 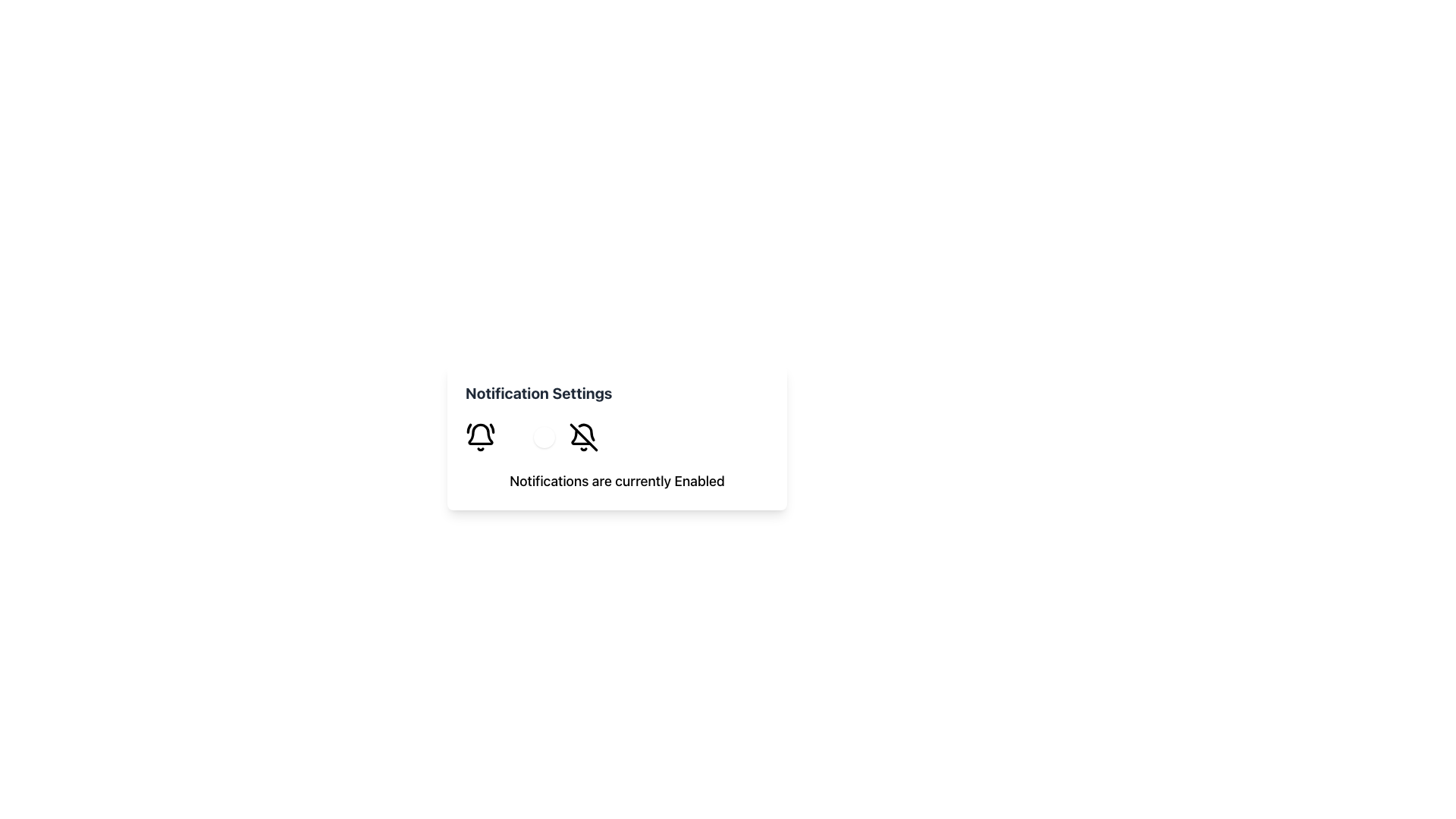 What do you see at coordinates (582, 438) in the screenshot?
I see `the muted notification icon located in the 'Notification Settings' section, positioned below the title and to the right of a similar bell icon` at bounding box center [582, 438].